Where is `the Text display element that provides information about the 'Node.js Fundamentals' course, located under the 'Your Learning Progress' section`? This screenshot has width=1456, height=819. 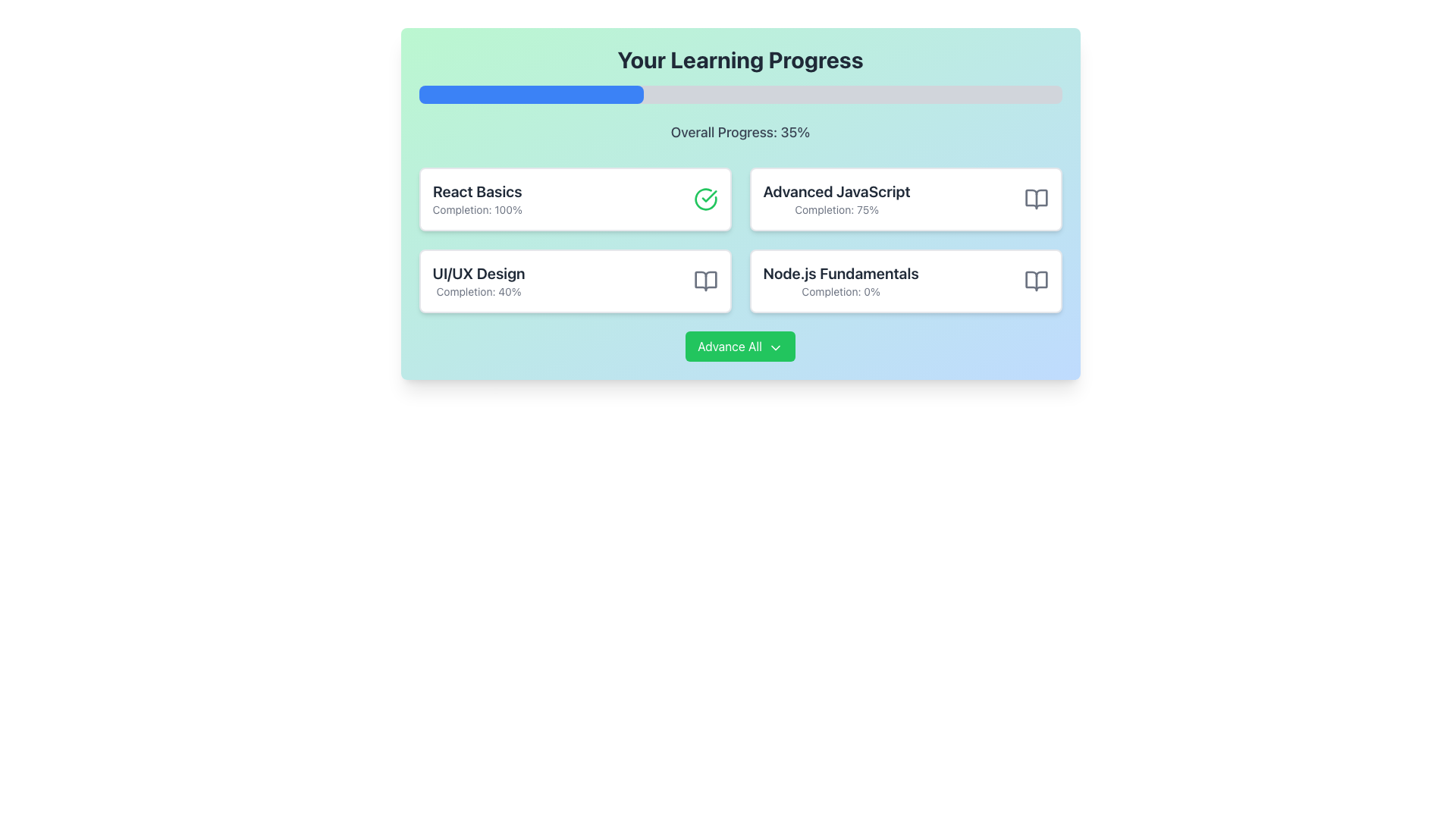 the Text display element that provides information about the 'Node.js Fundamentals' course, located under the 'Your Learning Progress' section is located at coordinates (840, 281).